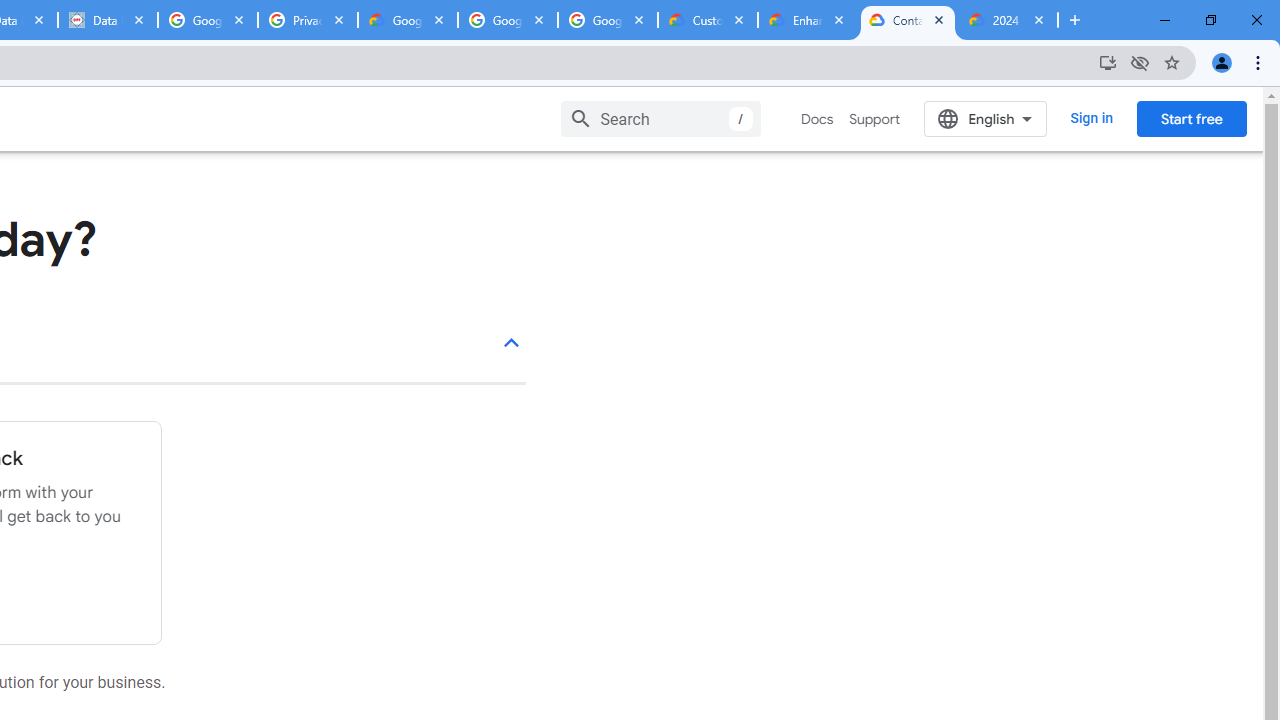 The image size is (1280, 720). I want to click on 'Enhanced Support | Google Cloud', so click(807, 20).